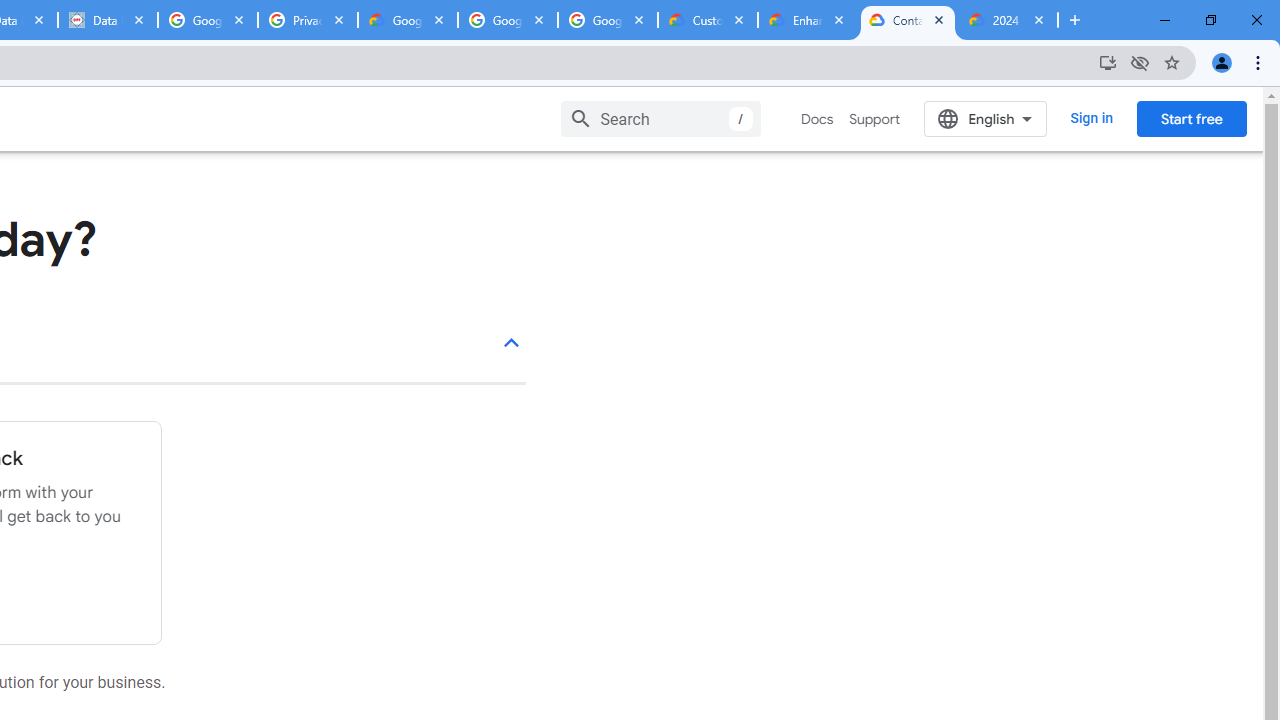 The image size is (1280, 720). I want to click on 'Enhanced Support | Google Cloud', so click(807, 20).